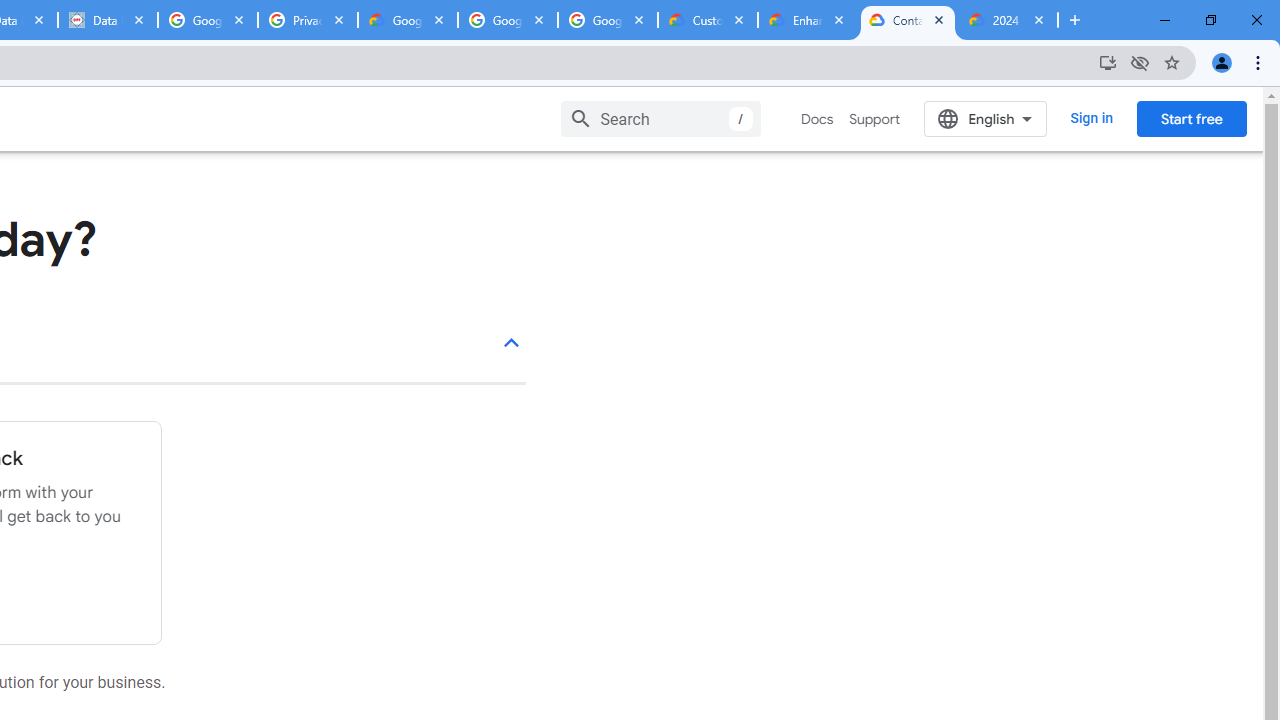 The image size is (1280, 720). I want to click on 'Enhanced Support | Google Cloud', so click(807, 20).